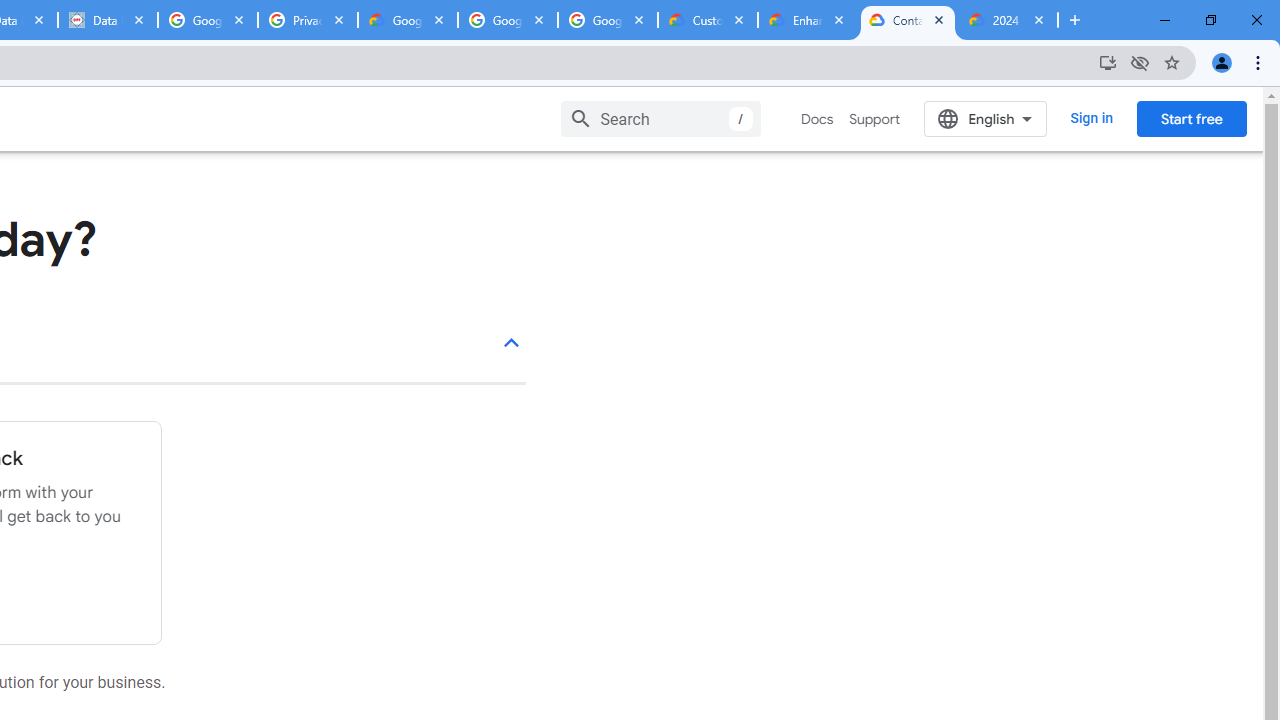 The image size is (1280, 720). I want to click on 'Enhanced Support | Google Cloud', so click(807, 20).